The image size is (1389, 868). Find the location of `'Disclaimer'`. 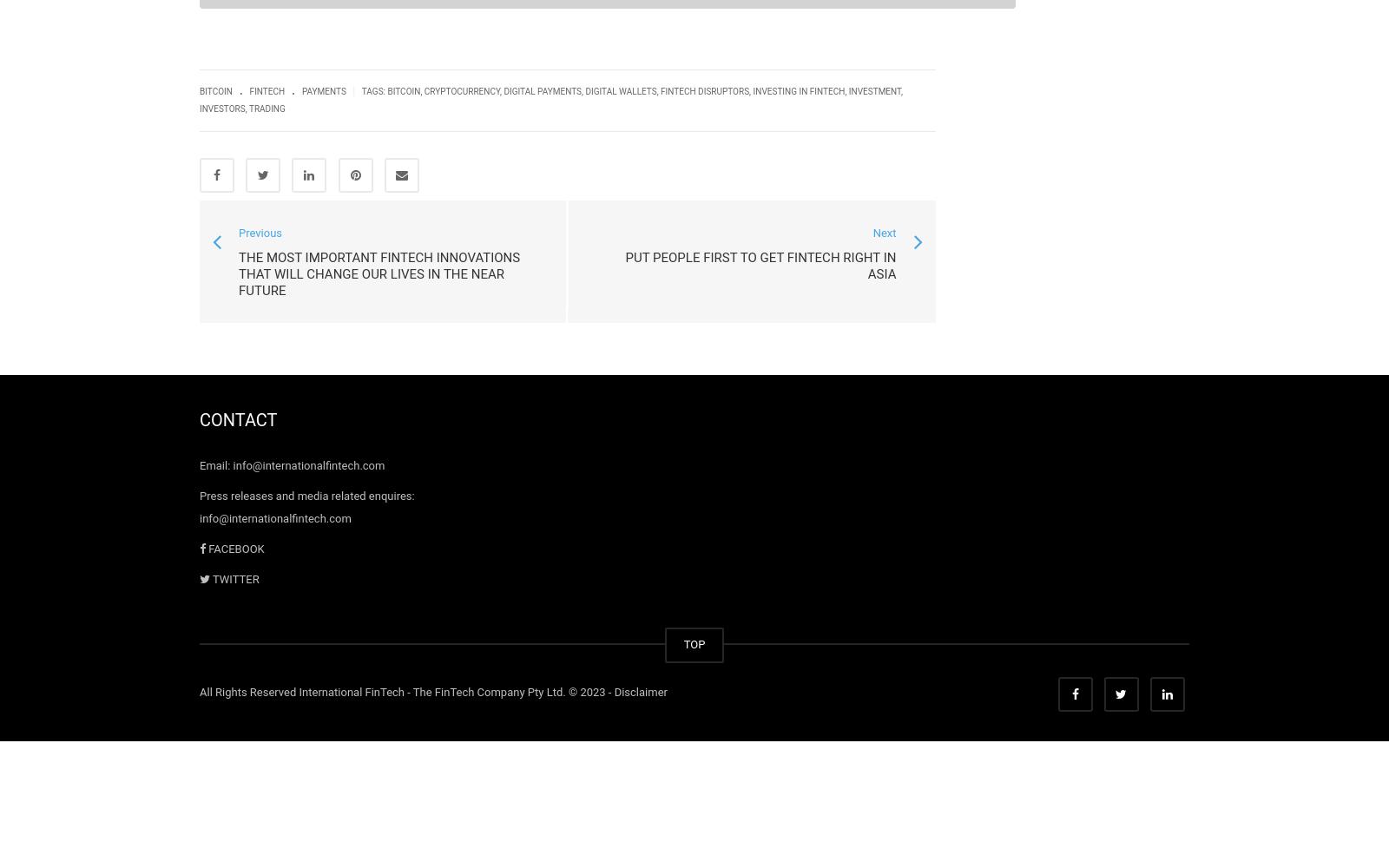

'Disclaimer' is located at coordinates (640, 692).